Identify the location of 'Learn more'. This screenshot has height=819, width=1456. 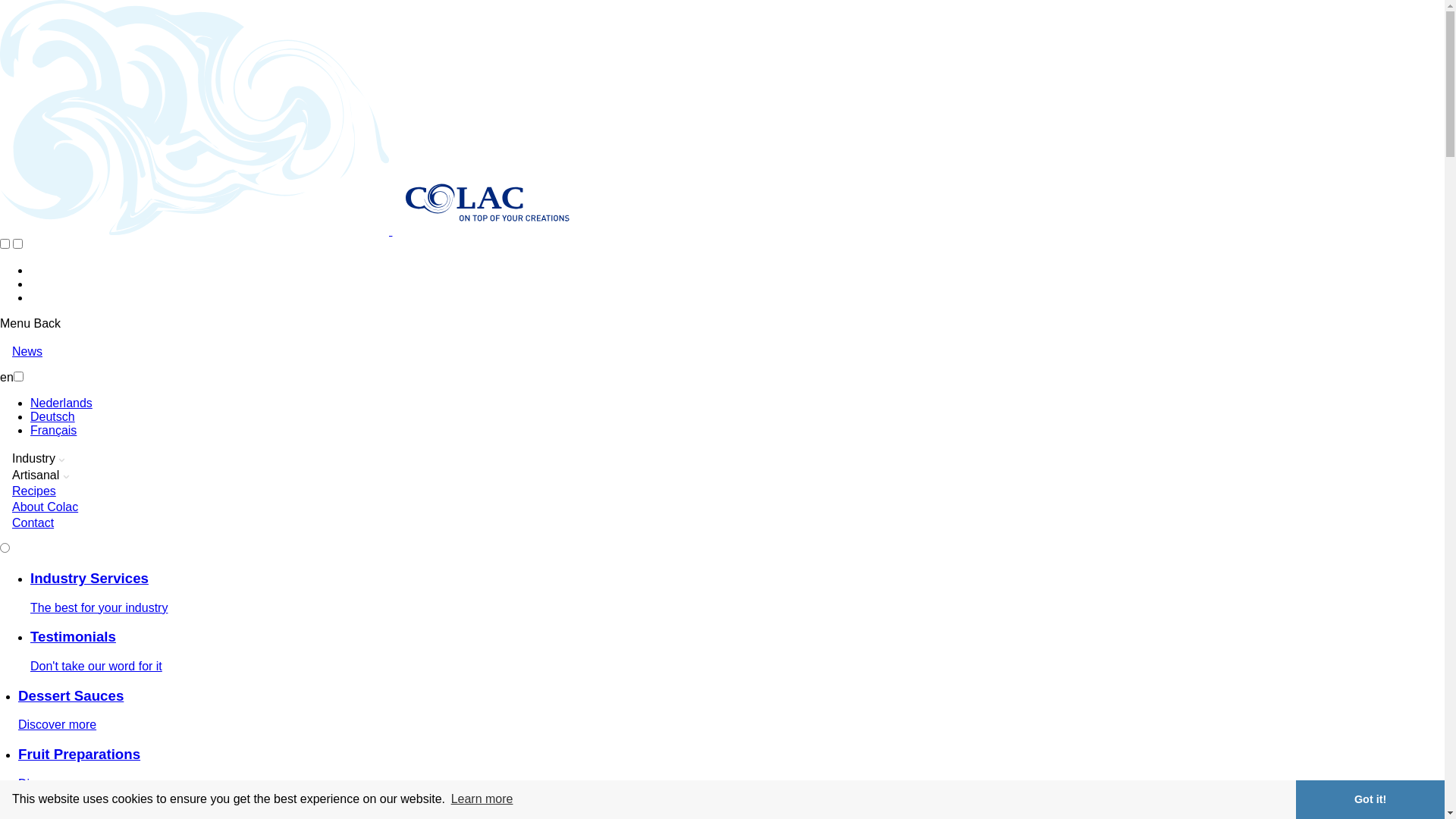
(480, 798).